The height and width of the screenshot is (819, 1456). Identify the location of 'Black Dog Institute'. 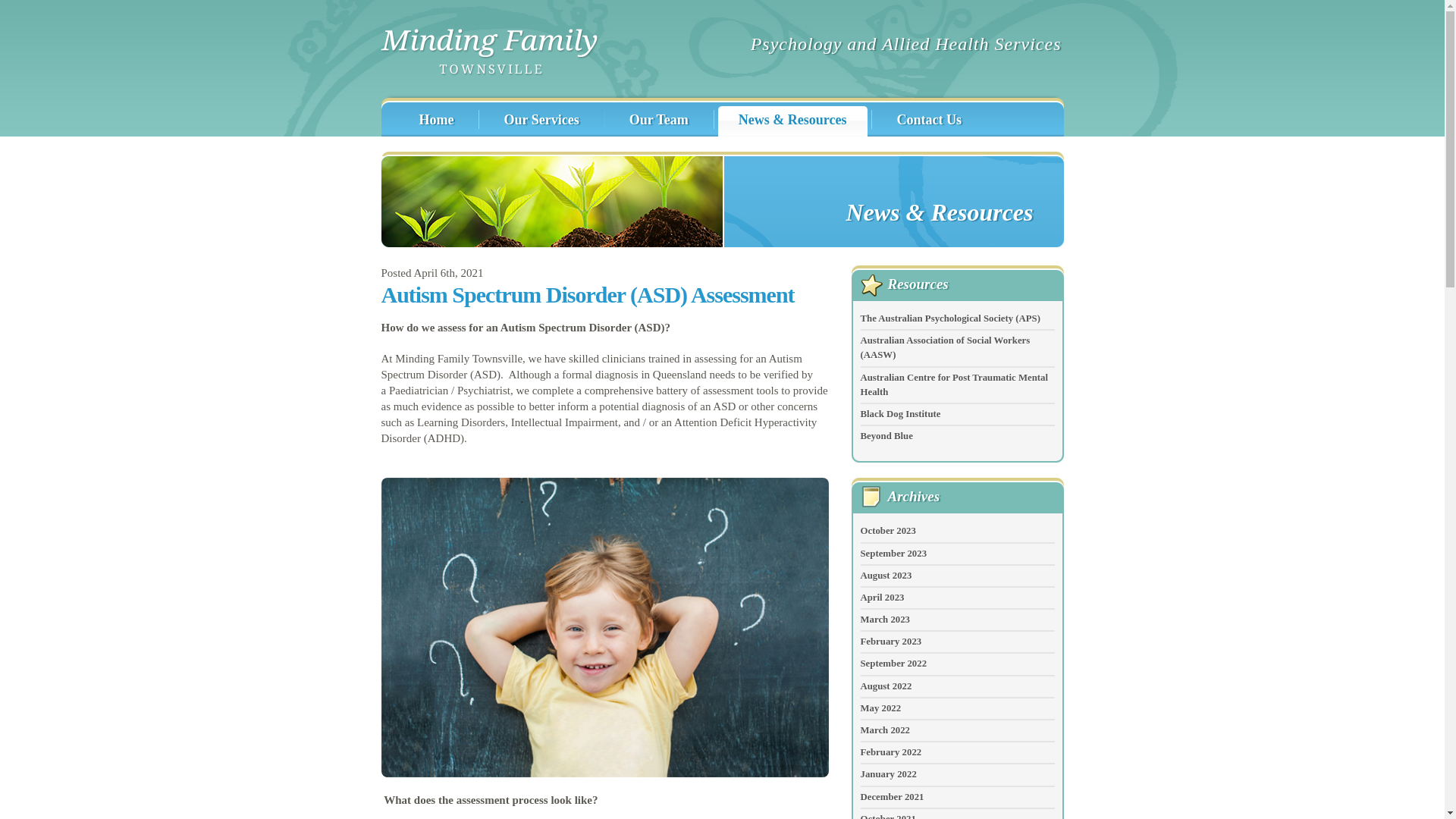
(859, 414).